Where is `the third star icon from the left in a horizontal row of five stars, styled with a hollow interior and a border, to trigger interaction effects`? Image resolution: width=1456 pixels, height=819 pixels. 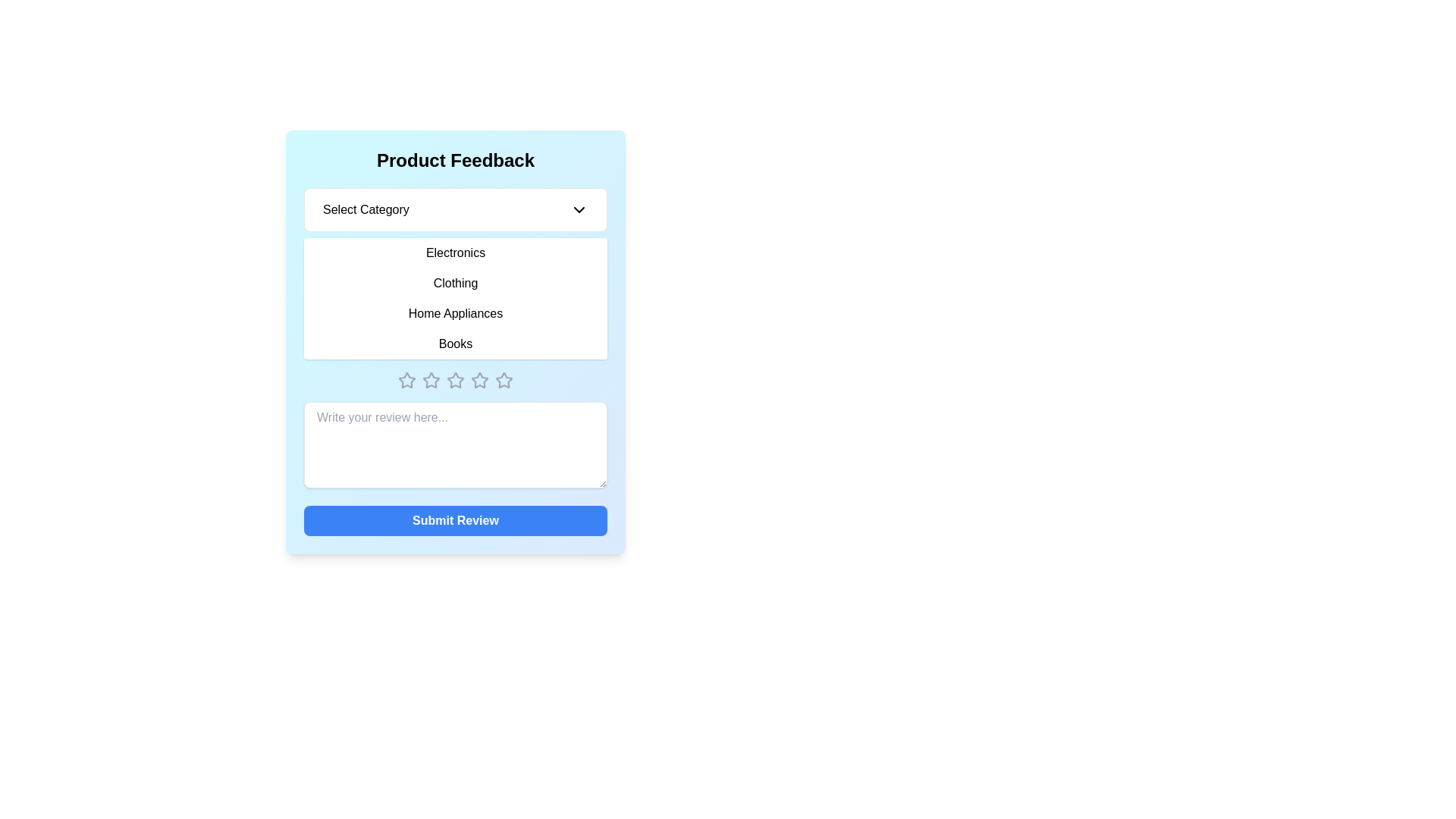
the third star icon from the left in a horizontal row of five stars, styled with a hollow interior and a border, to trigger interaction effects is located at coordinates (431, 379).